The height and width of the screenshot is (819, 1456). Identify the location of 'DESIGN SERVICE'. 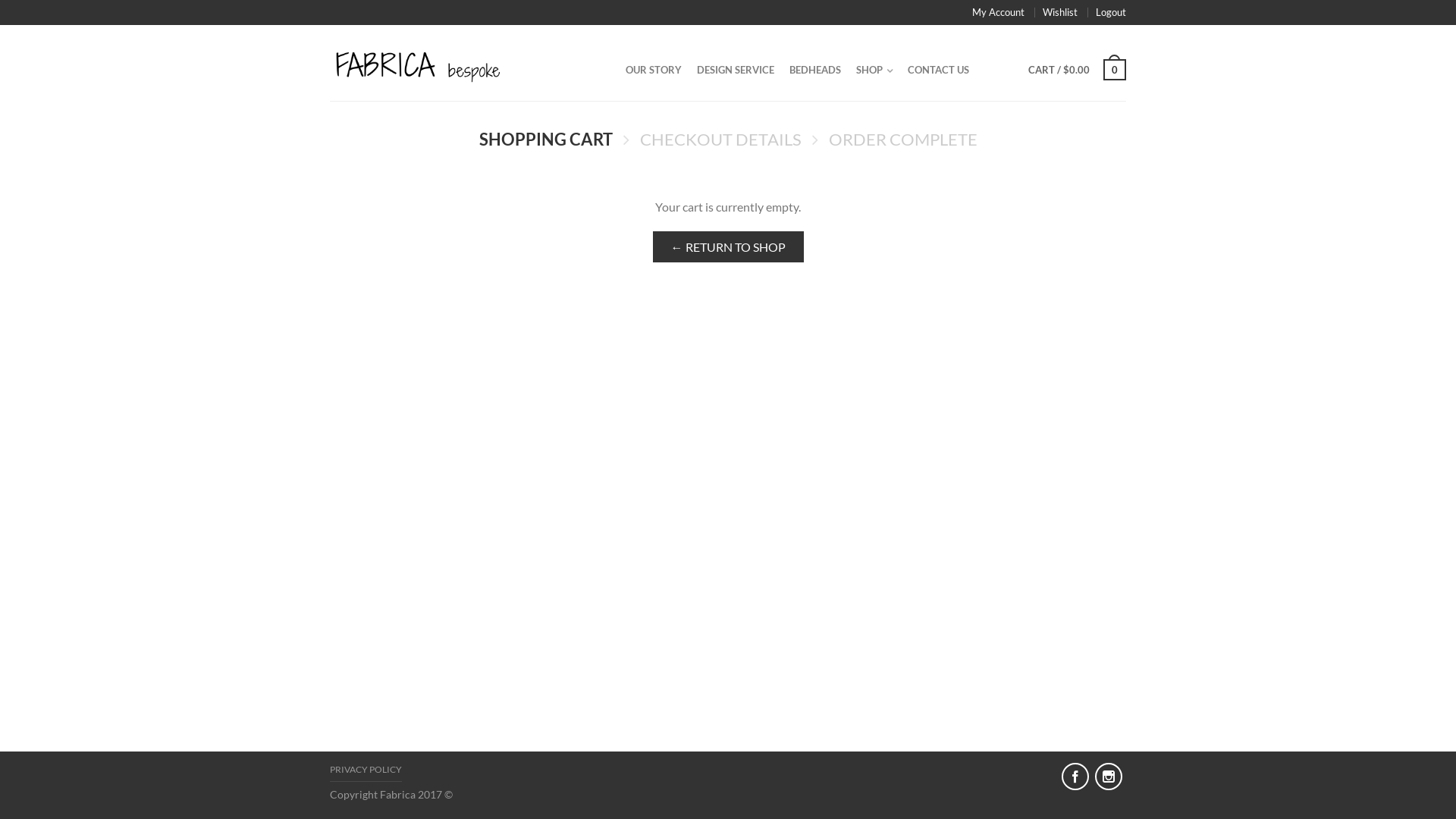
(735, 70).